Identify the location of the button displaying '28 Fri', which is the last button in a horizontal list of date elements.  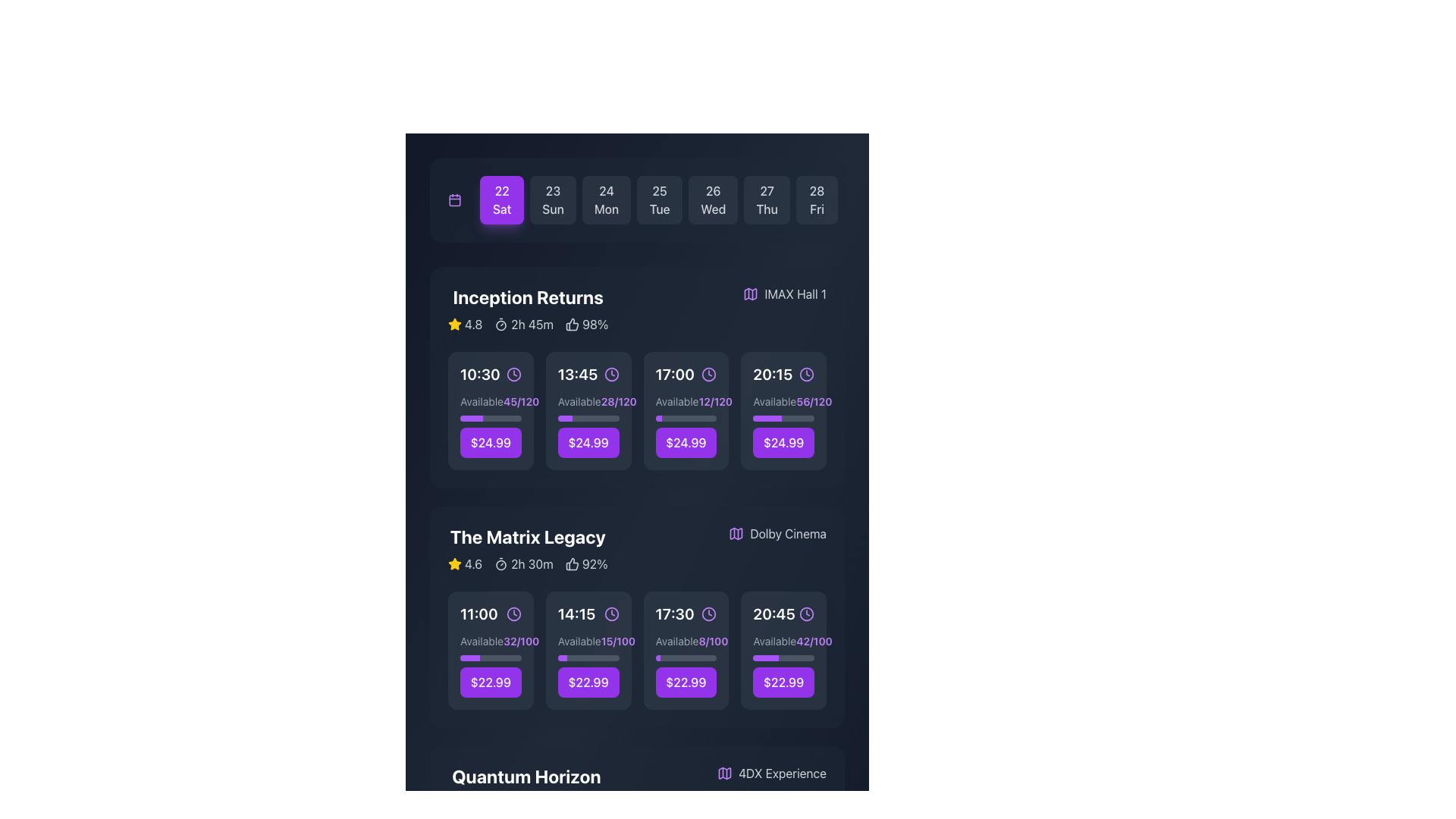
(816, 199).